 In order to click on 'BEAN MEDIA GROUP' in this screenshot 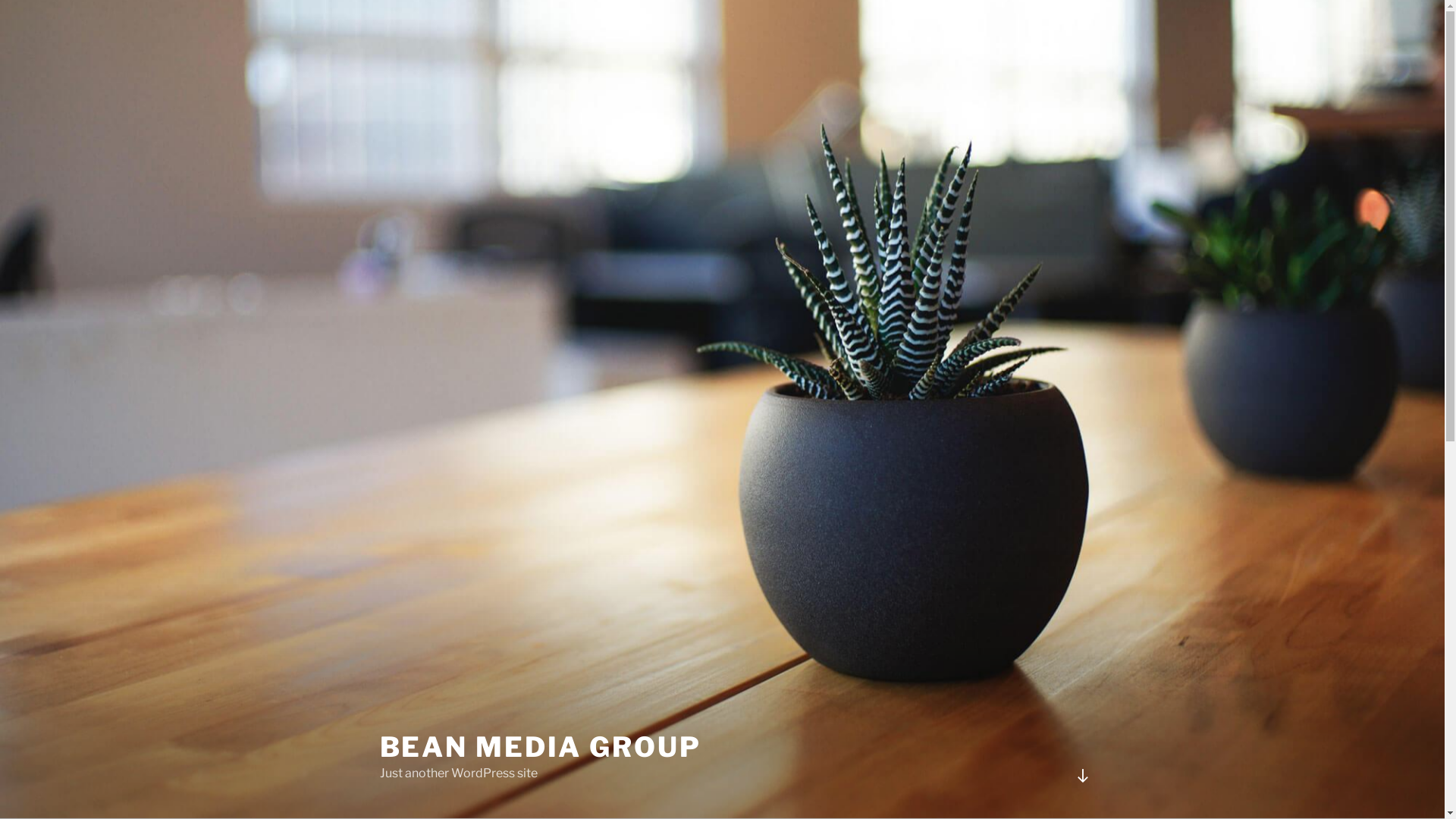, I will do `click(539, 745)`.